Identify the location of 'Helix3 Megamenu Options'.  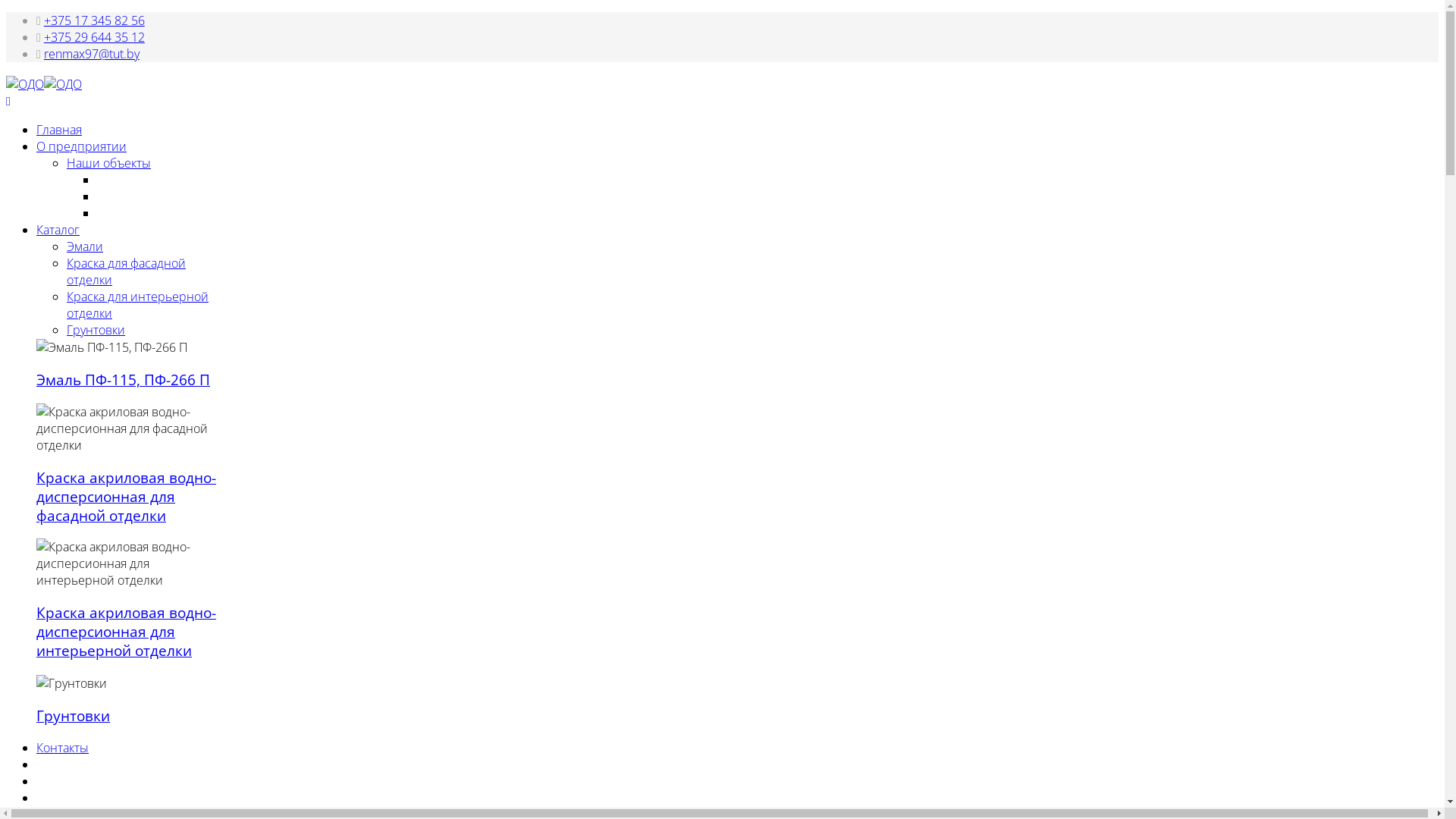
(6, 102).